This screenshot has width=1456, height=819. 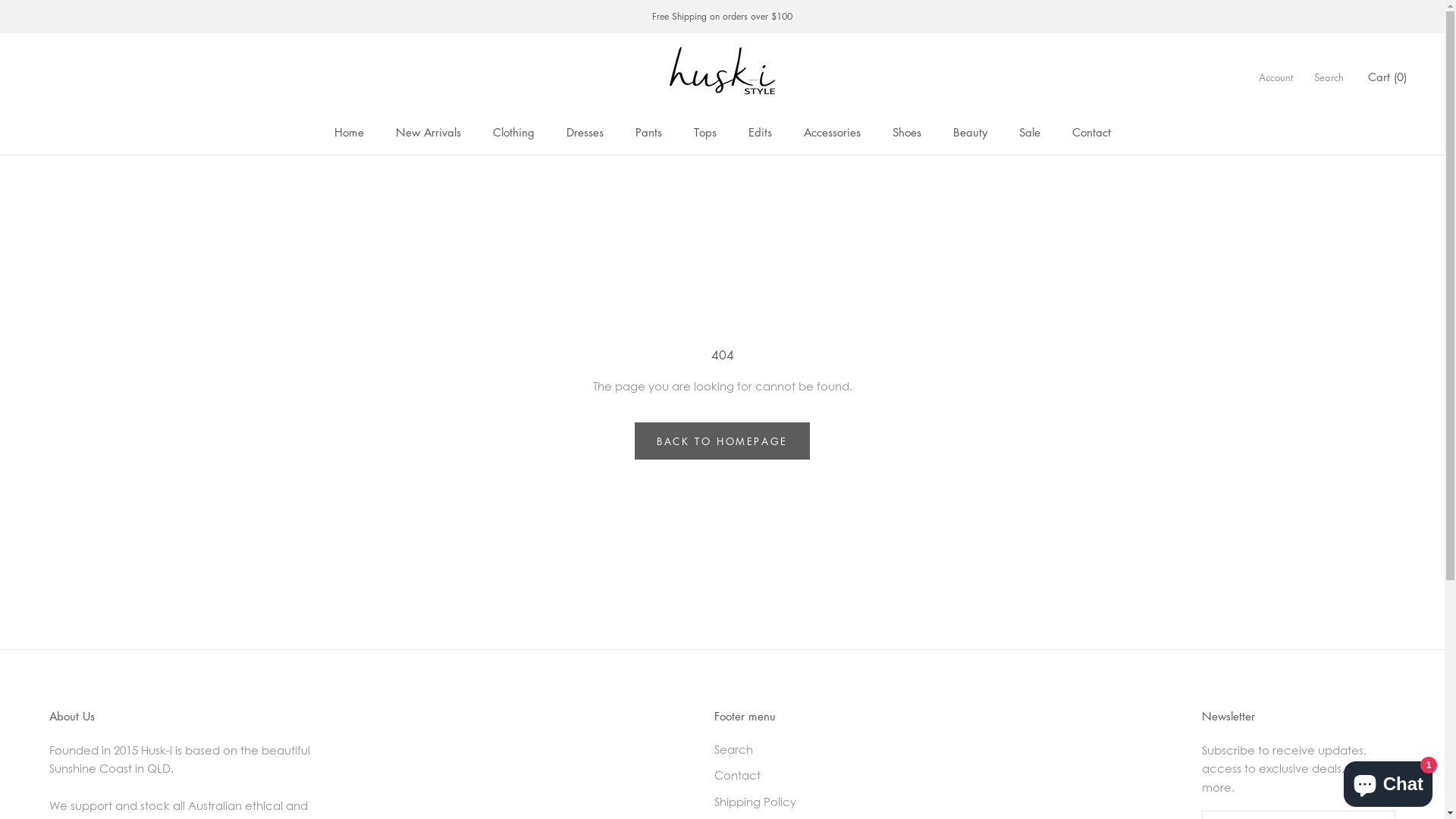 I want to click on 'Sale, so click(x=1030, y=130).